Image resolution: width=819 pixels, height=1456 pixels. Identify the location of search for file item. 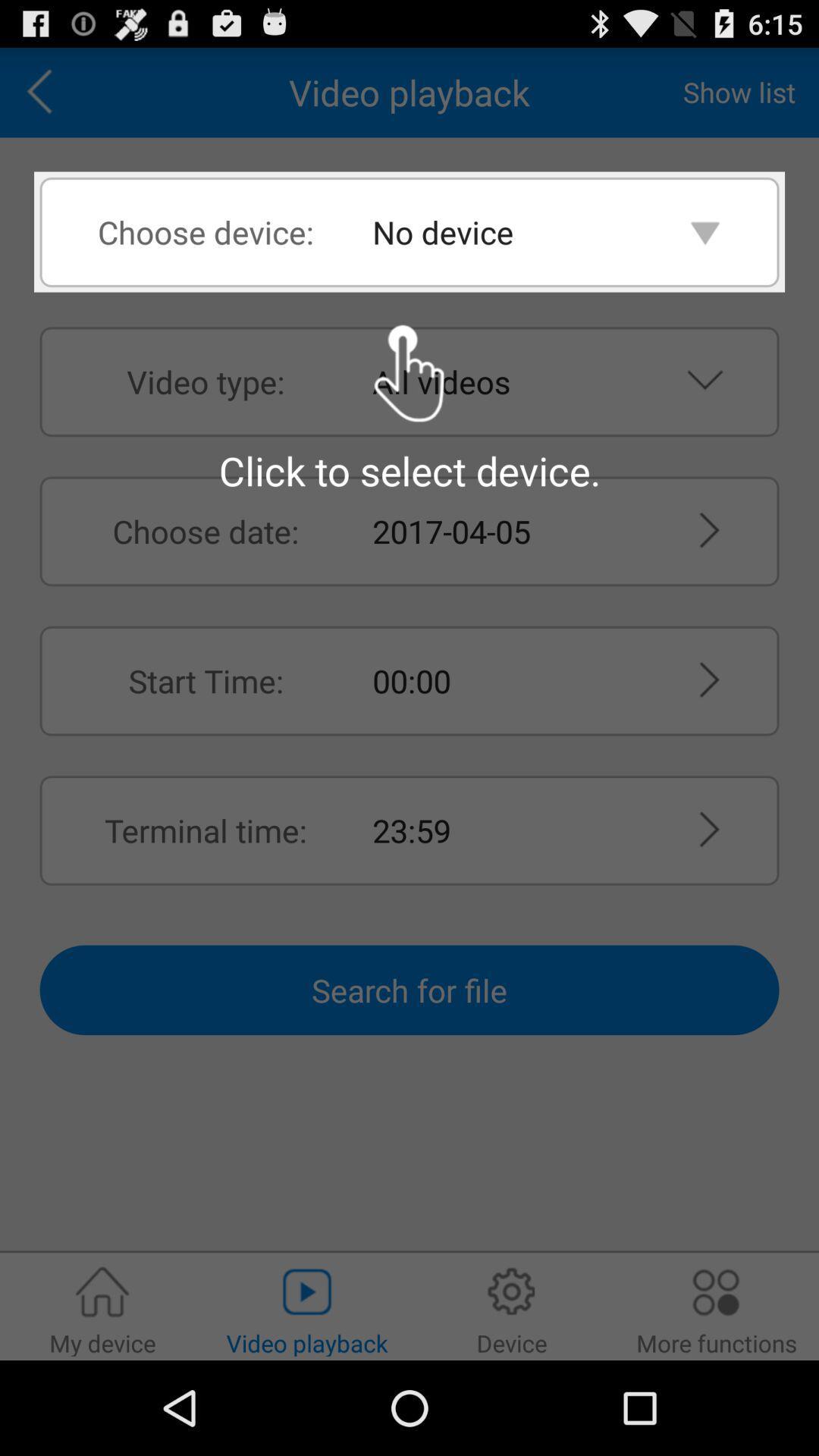
(409, 990).